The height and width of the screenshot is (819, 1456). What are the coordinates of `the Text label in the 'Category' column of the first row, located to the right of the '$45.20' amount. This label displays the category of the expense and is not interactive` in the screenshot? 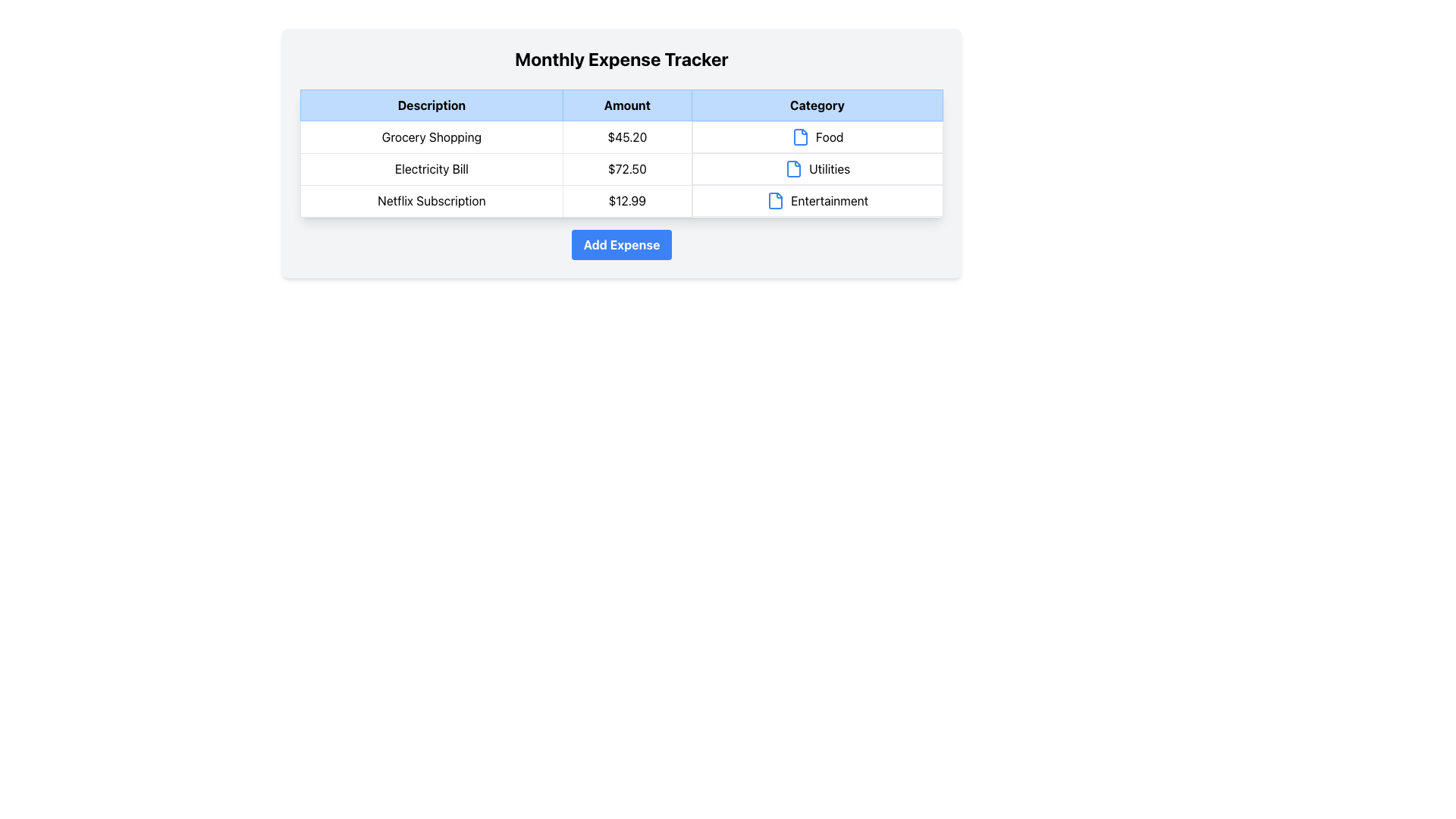 It's located at (817, 137).